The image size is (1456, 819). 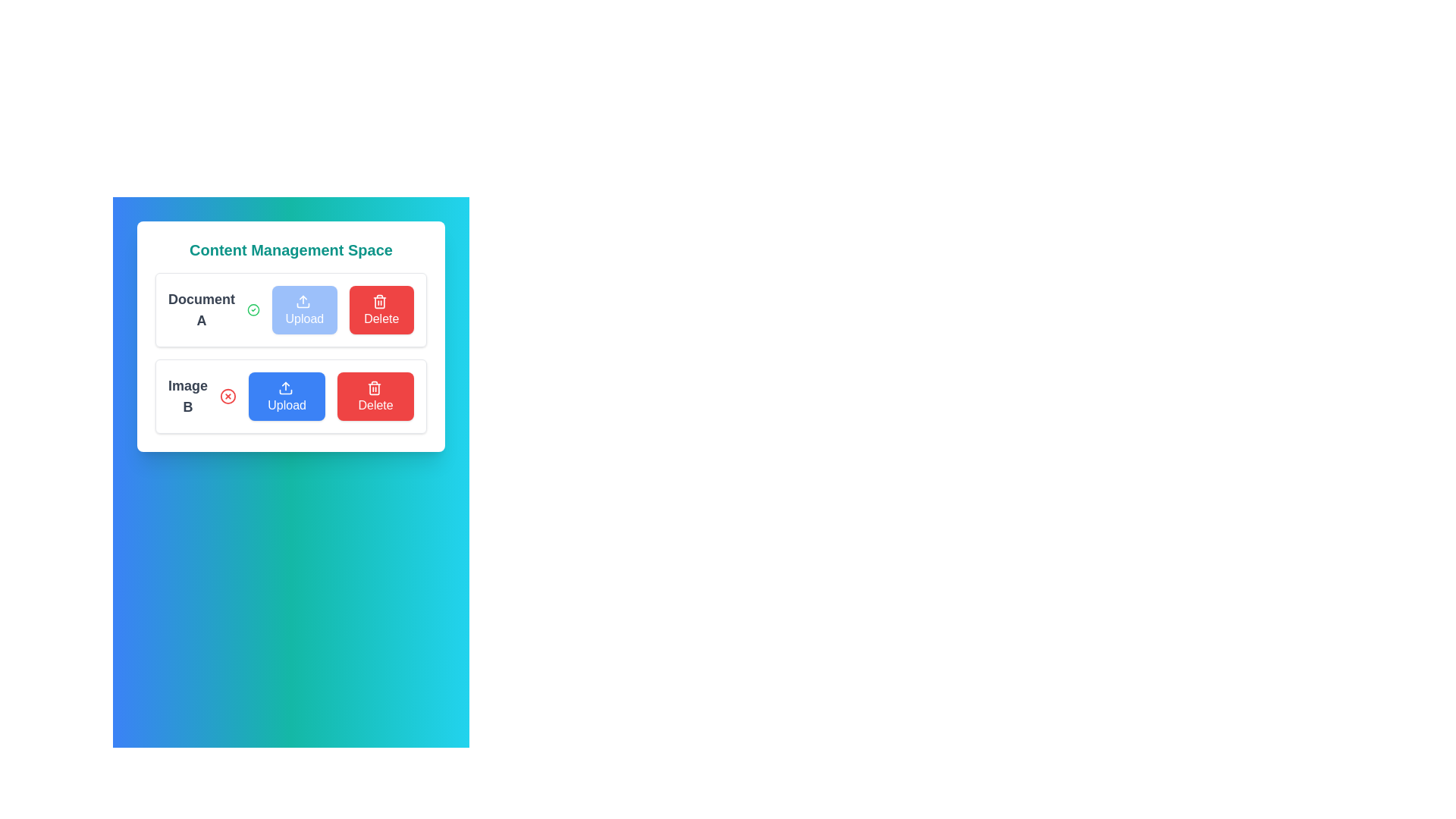 I want to click on the button for uploading files associated with 'Document A', so click(x=291, y=309).